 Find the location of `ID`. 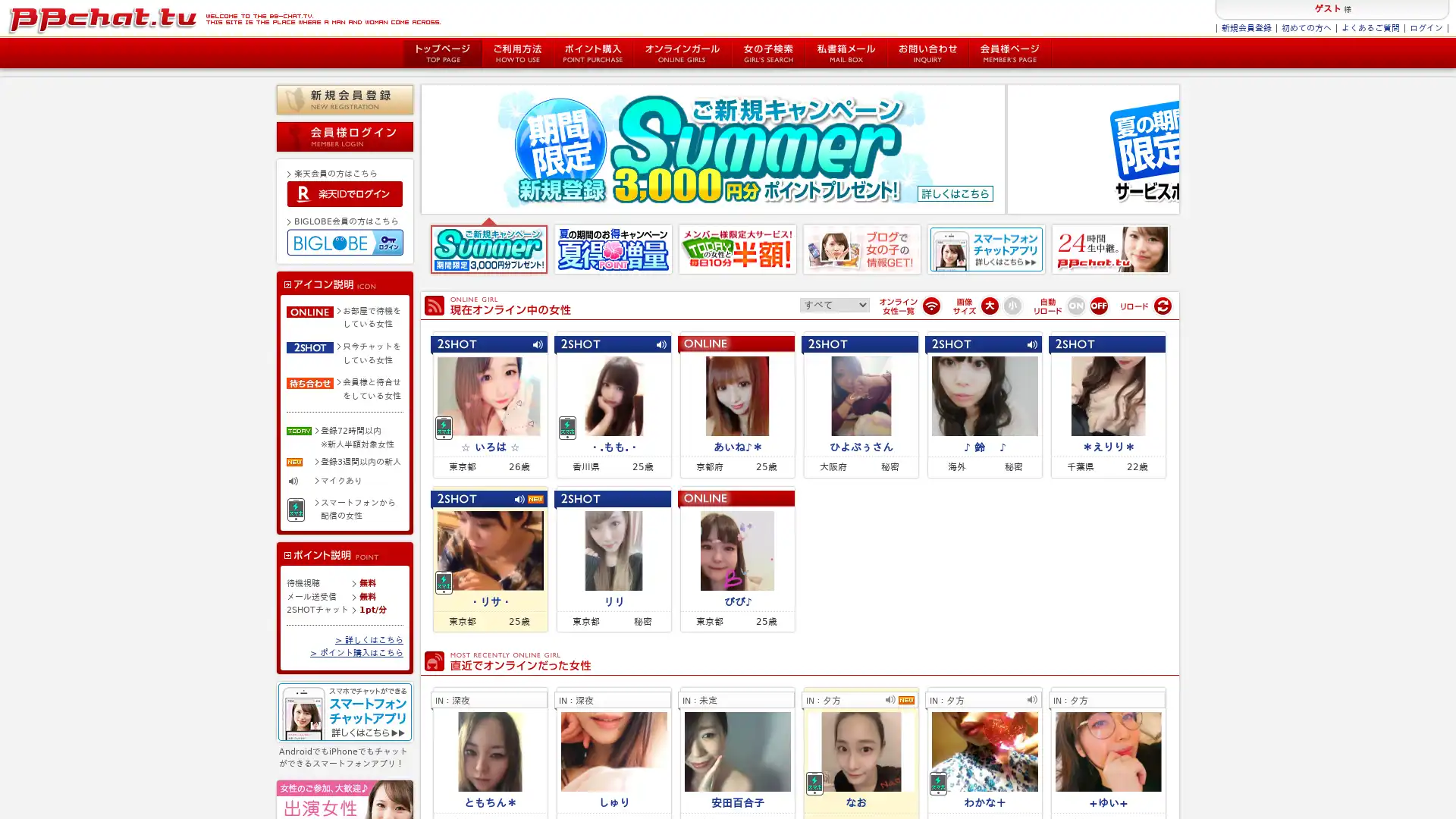

ID is located at coordinates (344, 192).